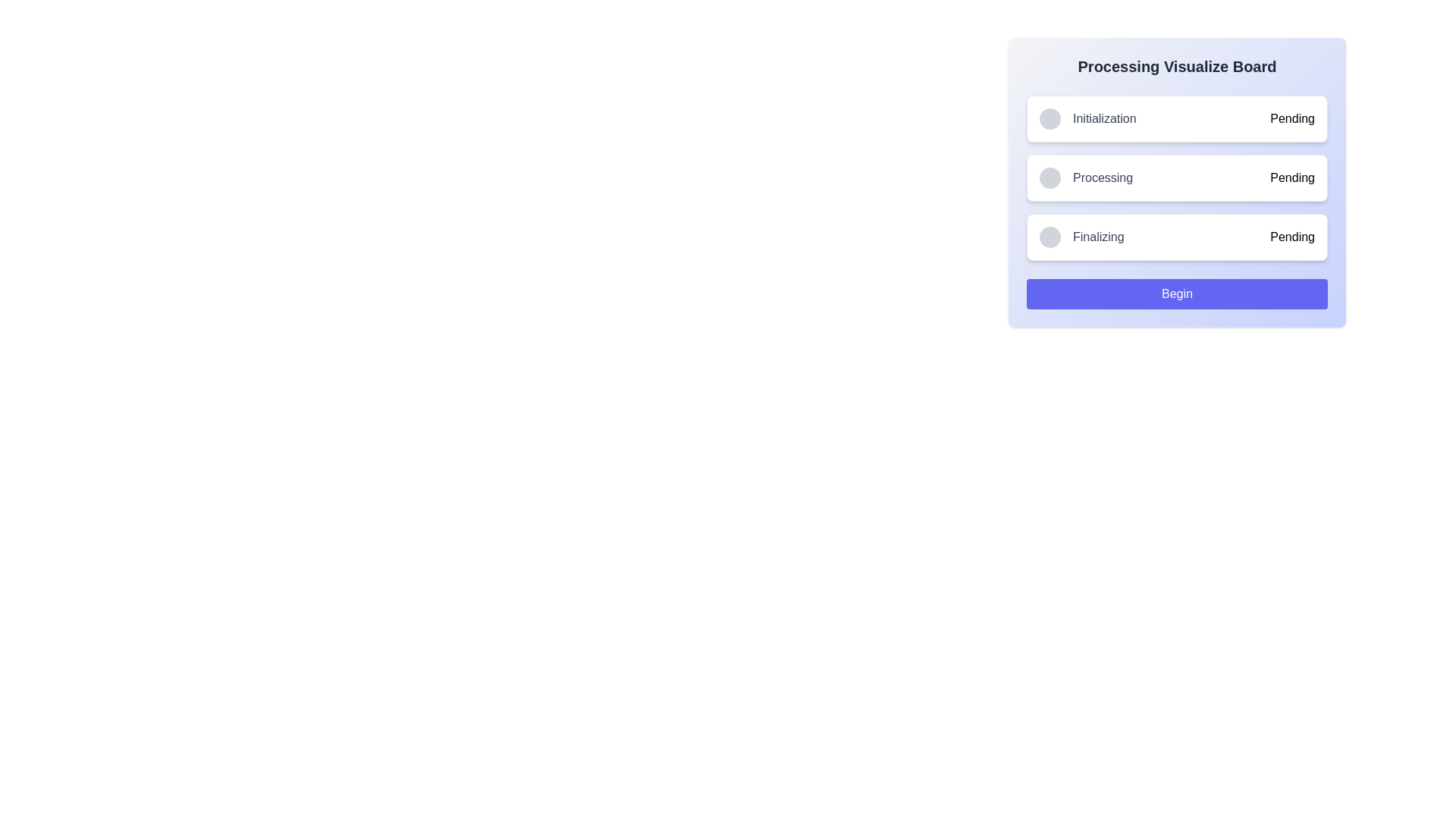 Image resolution: width=1456 pixels, height=819 pixels. Describe the element at coordinates (1176, 294) in the screenshot. I see `the button located at the bottom of the 'Processing Visualize Board' panel to change its color` at that location.